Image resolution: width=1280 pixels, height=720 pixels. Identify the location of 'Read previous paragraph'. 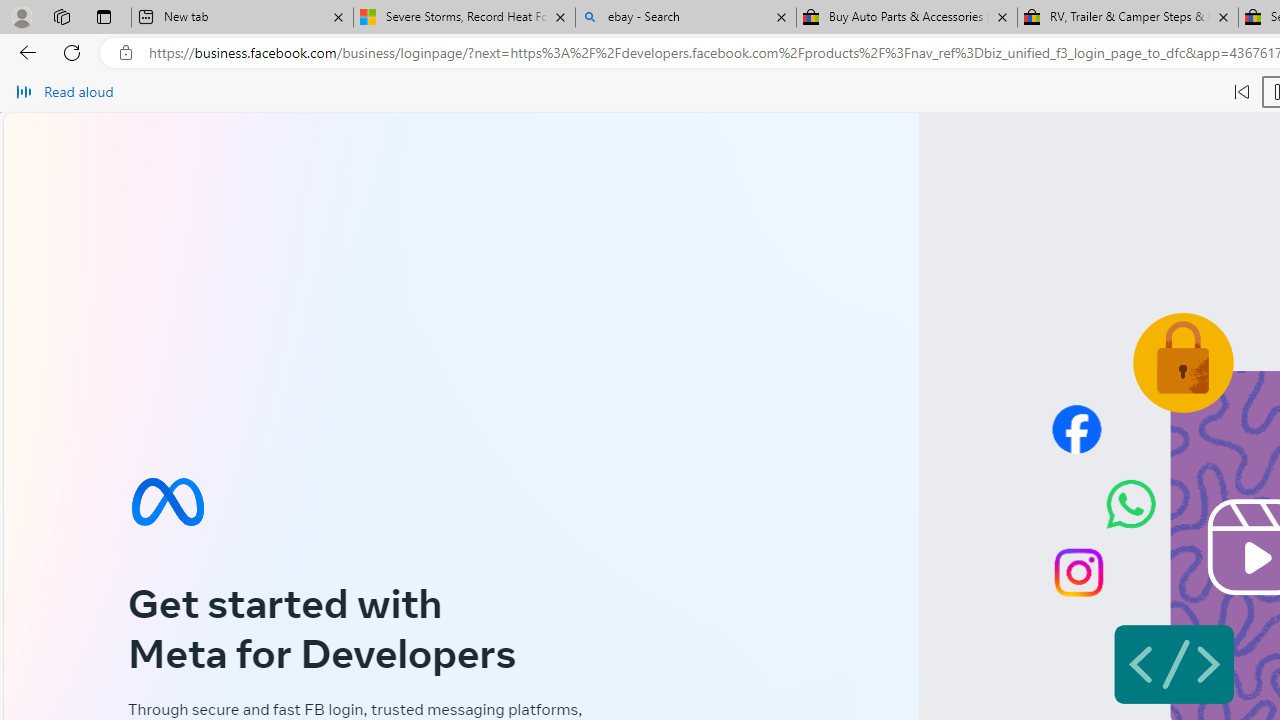
(1240, 92).